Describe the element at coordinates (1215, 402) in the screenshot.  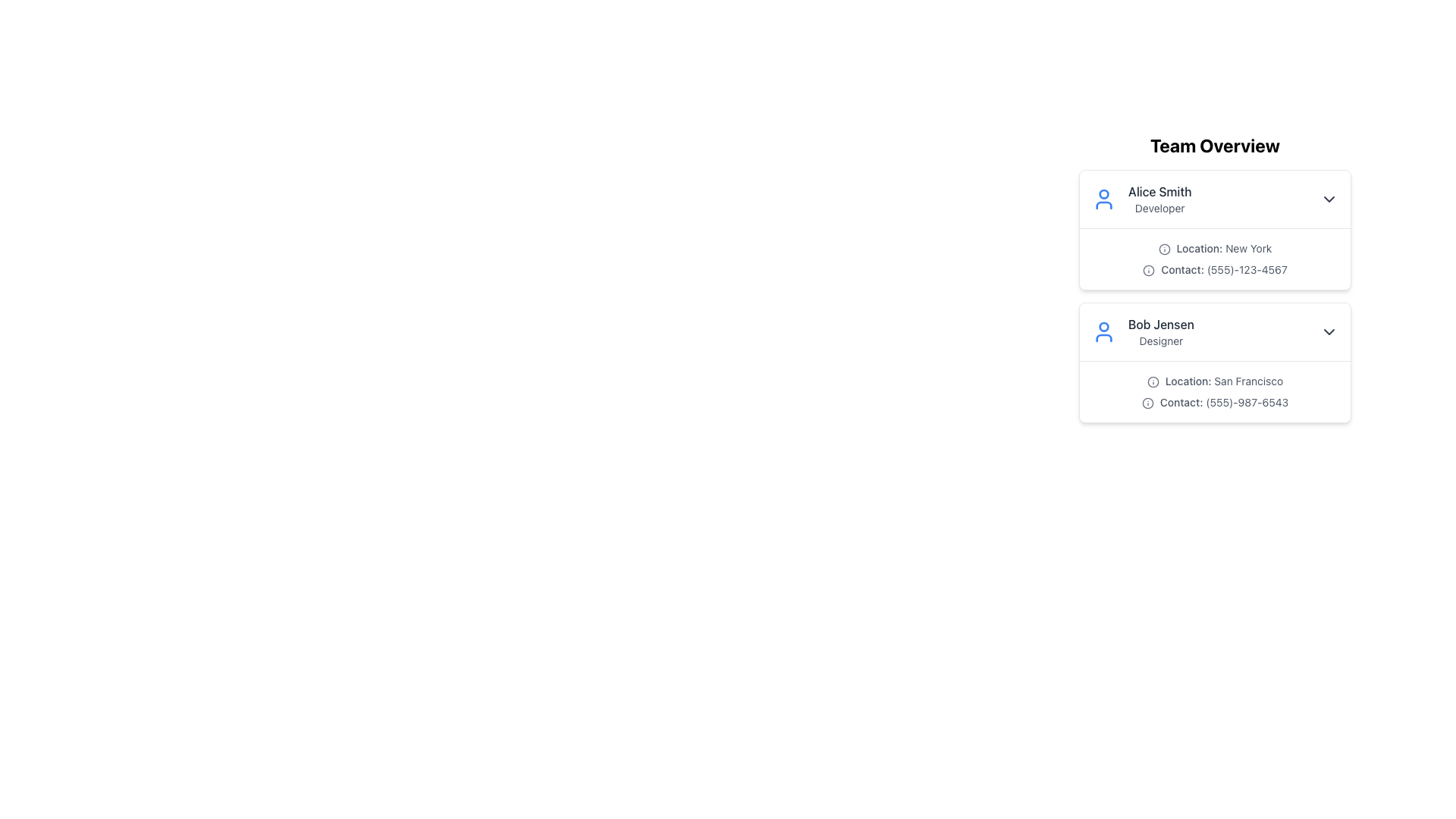
I see `the text label displaying contact information for 'Bob Jensen', which is positioned below the 'Location: San Francisco' text block` at that location.